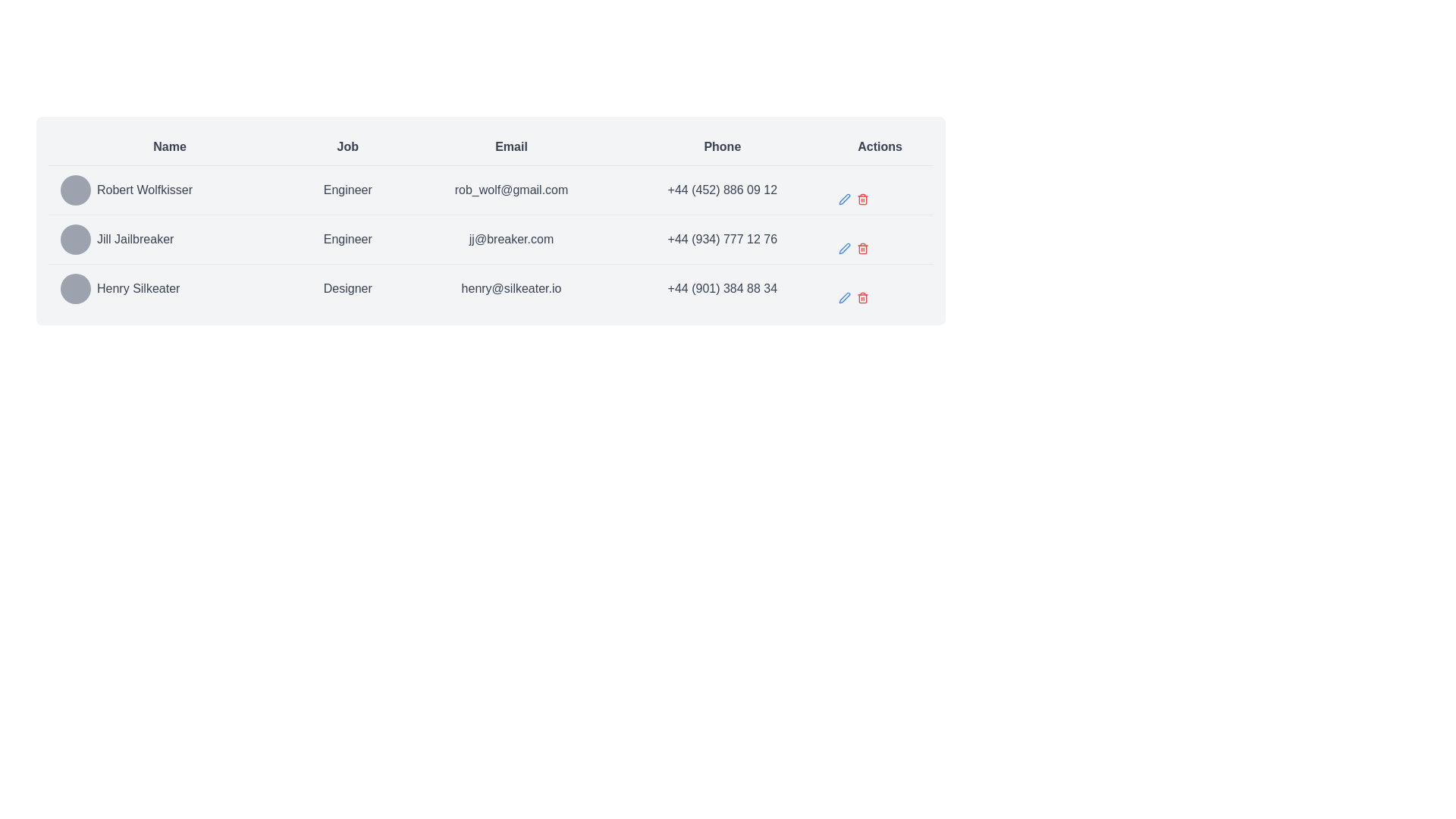 The height and width of the screenshot is (819, 1456). I want to click on the 'Phone' label, which is a bold text header in a light gray background cell, located as the fourth column header in a structured table interface, so click(721, 147).